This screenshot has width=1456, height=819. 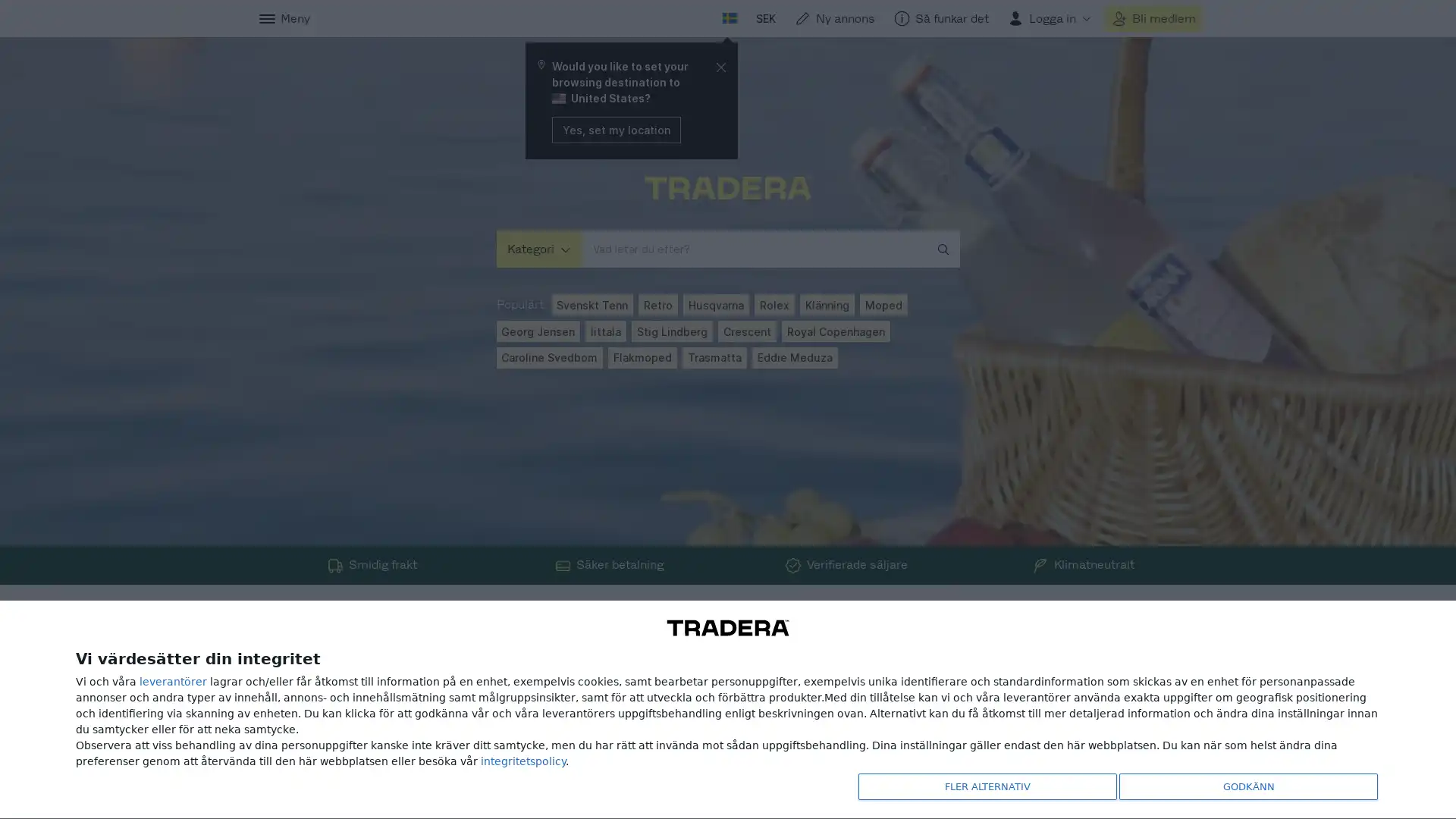 What do you see at coordinates (983, 784) in the screenshot?
I see `FLER ALTERNATIV` at bounding box center [983, 784].